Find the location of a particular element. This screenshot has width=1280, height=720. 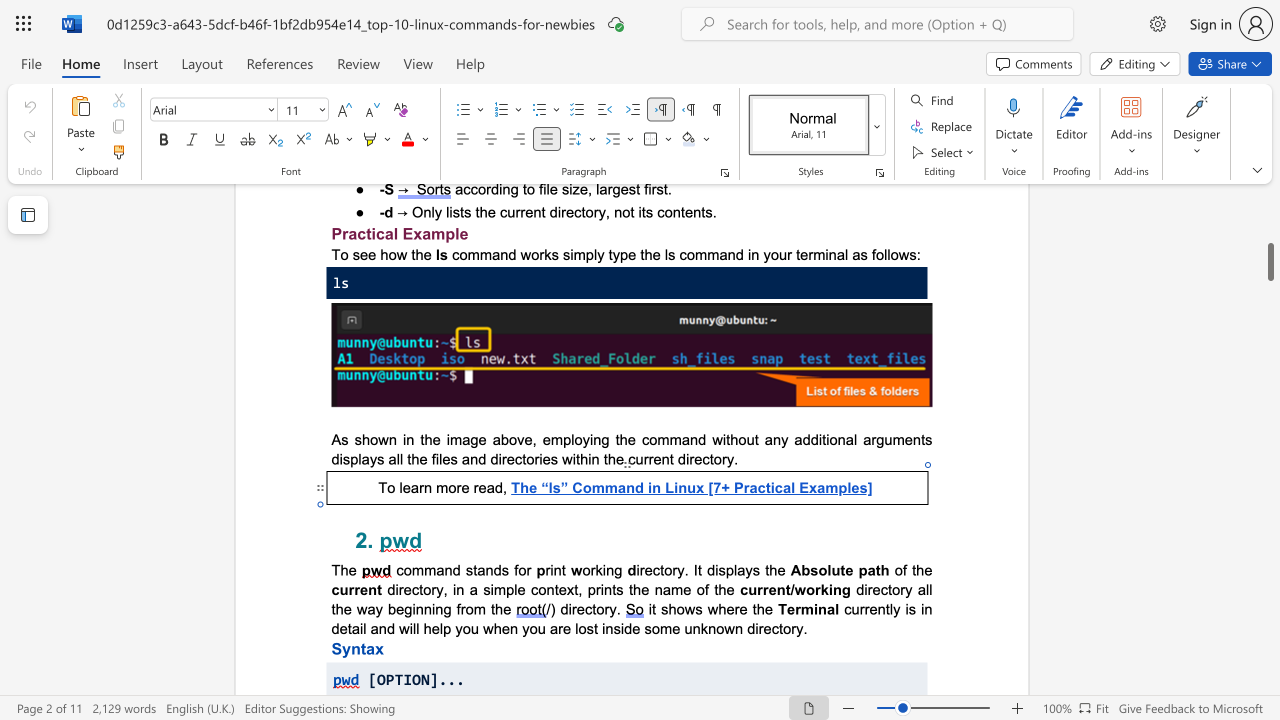

the 1th character "y" in the text is located at coordinates (373, 459).